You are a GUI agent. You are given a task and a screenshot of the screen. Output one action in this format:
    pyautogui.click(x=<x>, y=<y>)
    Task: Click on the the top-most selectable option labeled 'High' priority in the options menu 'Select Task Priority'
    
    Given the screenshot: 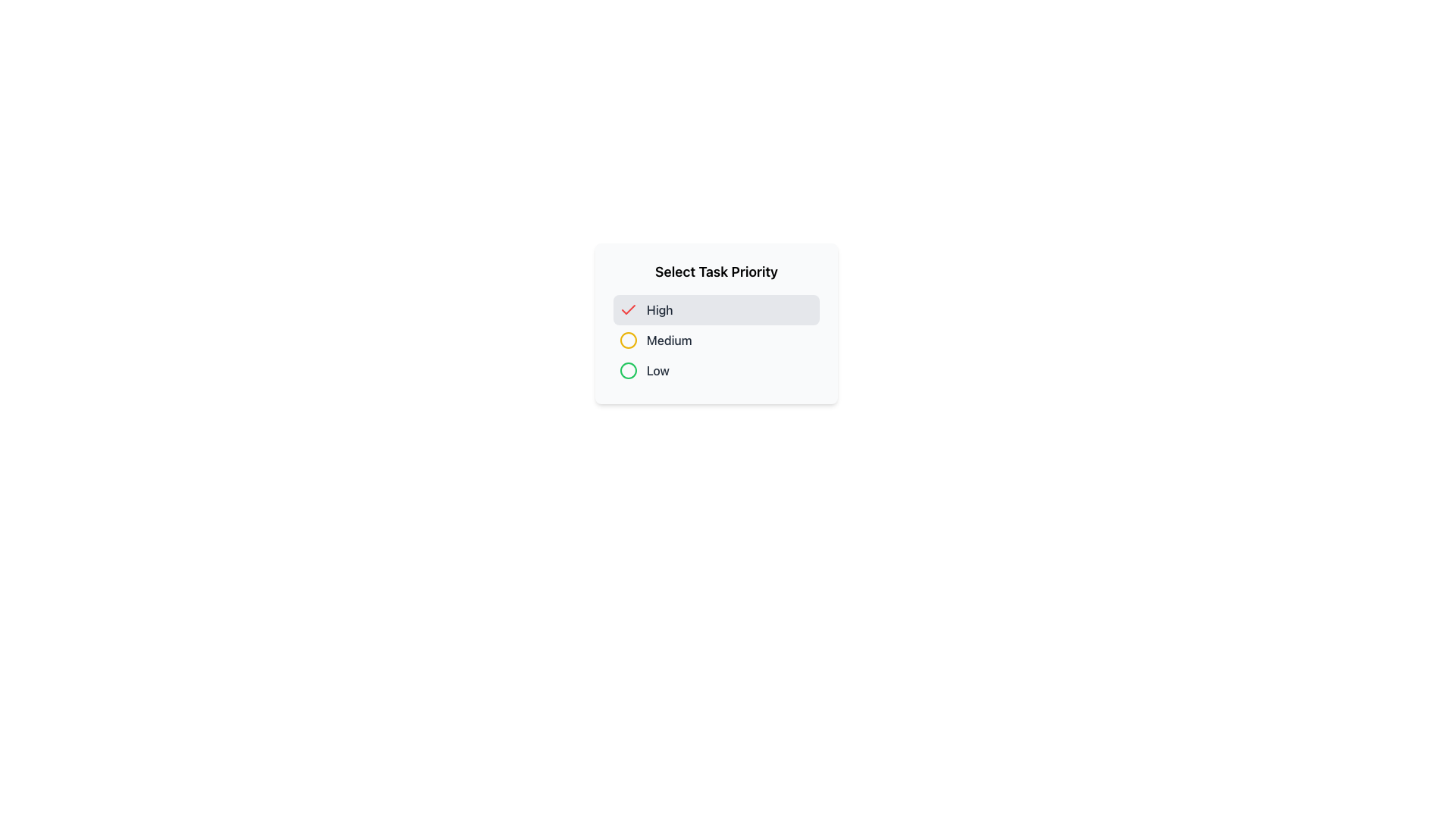 What is the action you would take?
    pyautogui.click(x=716, y=309)
    